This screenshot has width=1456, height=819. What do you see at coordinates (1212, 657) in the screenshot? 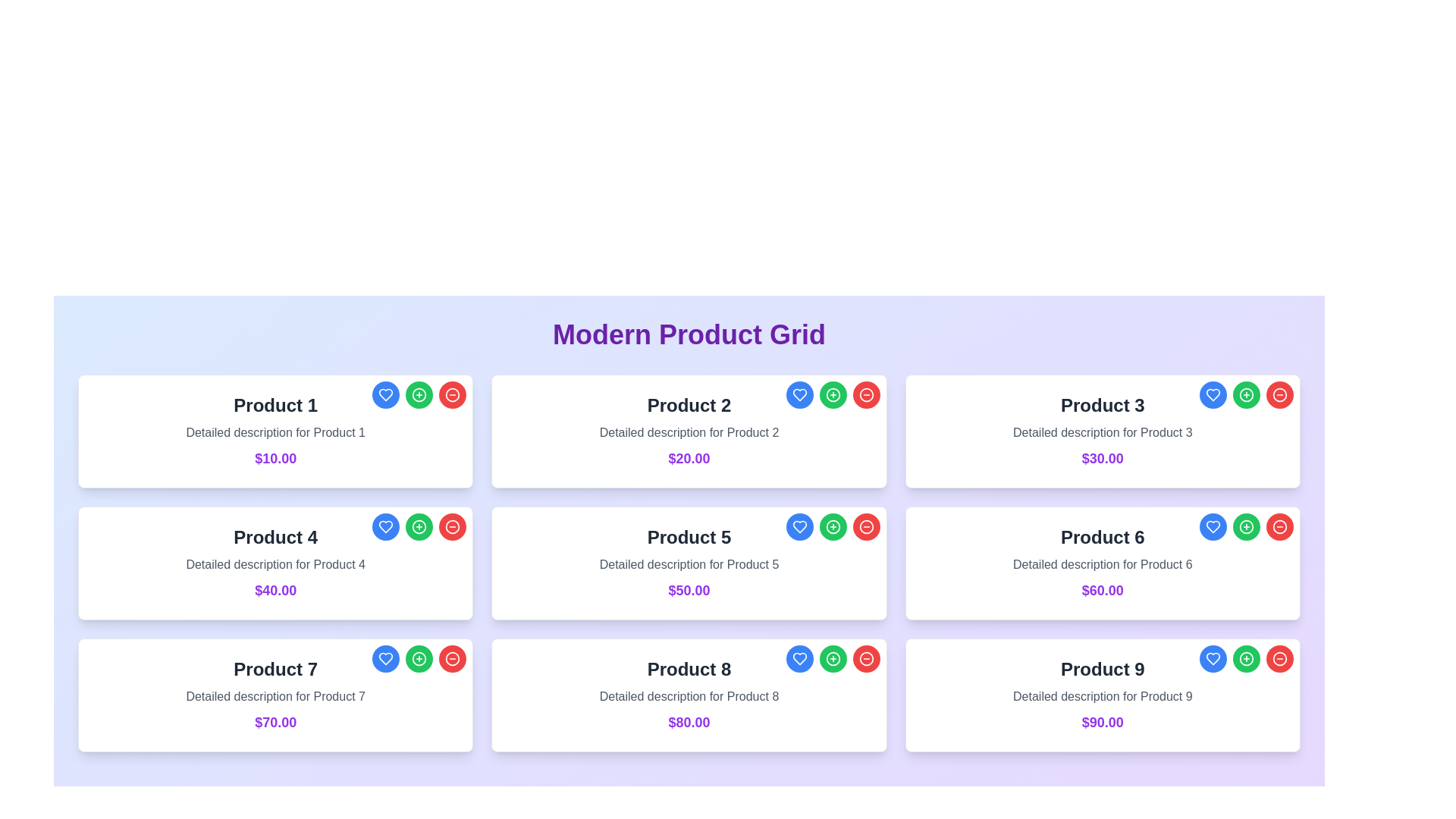
I see `the top-left icon button in the rightmost circular button group of Product 9 to favorite or unfavorite the item` at bounding box center [1212, 657].